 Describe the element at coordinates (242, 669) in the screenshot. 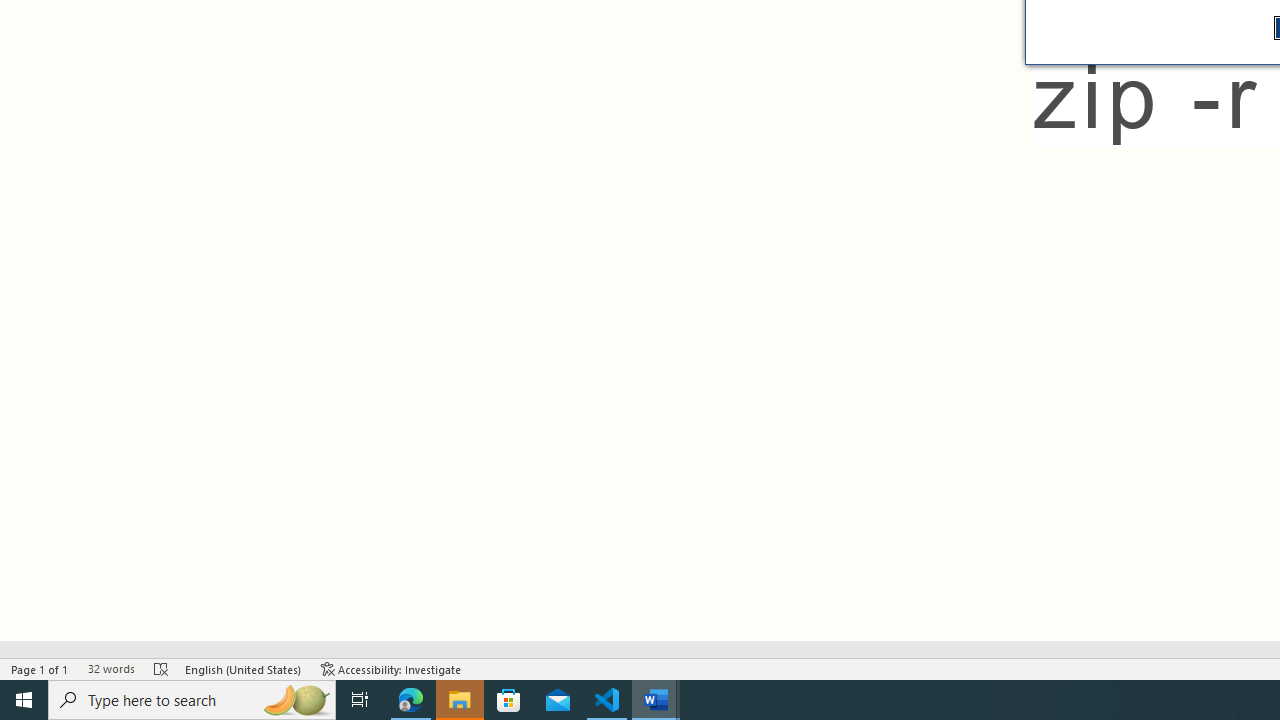

I see `'Language English (United States)'` at that location.